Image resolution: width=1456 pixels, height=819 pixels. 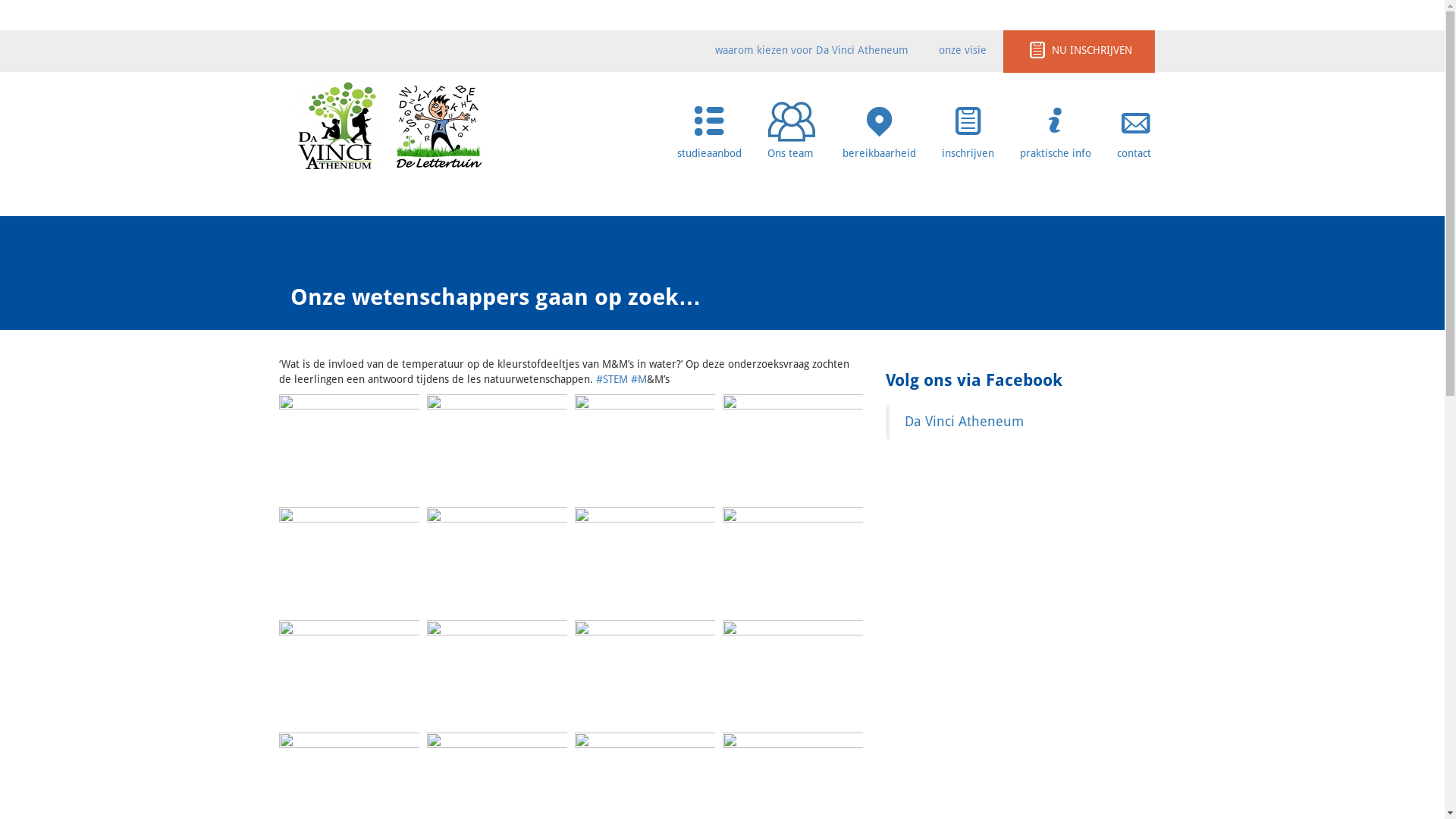 I want to click on 'bereikbaarheid', so click(x=878, y=124).